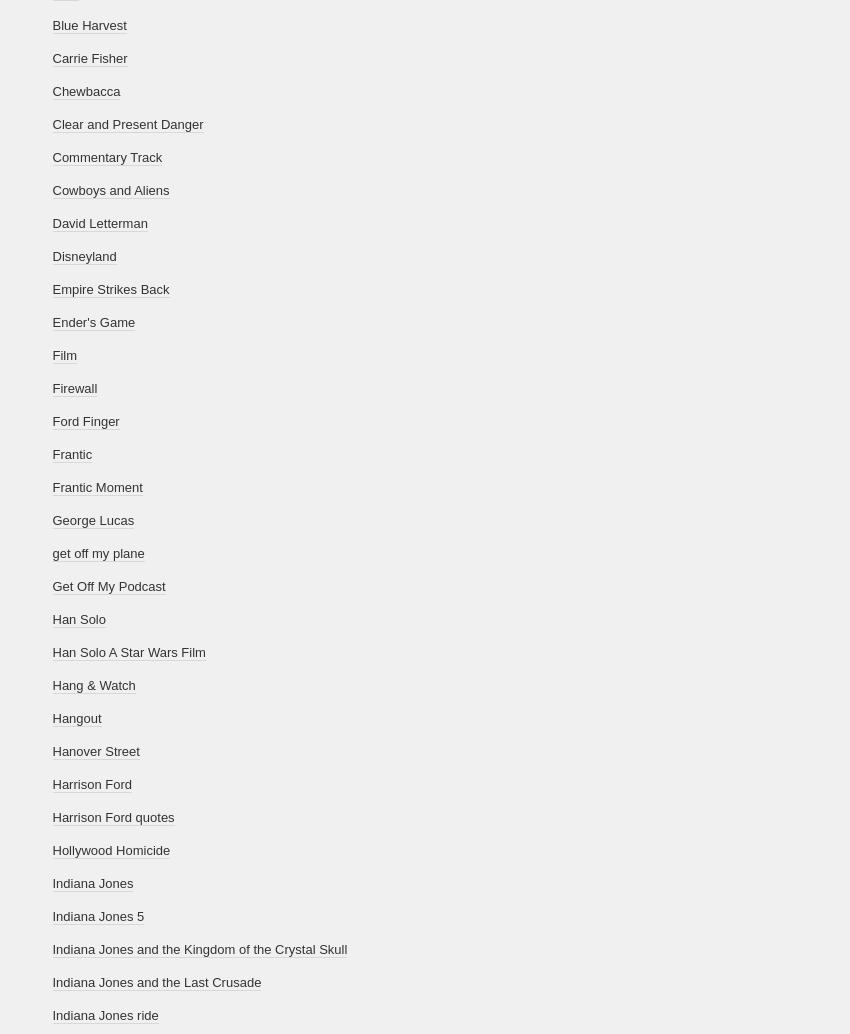  Describe the element at coordinates (85, 91) in the screenshot. I see `'Chewbacca'` at that location.